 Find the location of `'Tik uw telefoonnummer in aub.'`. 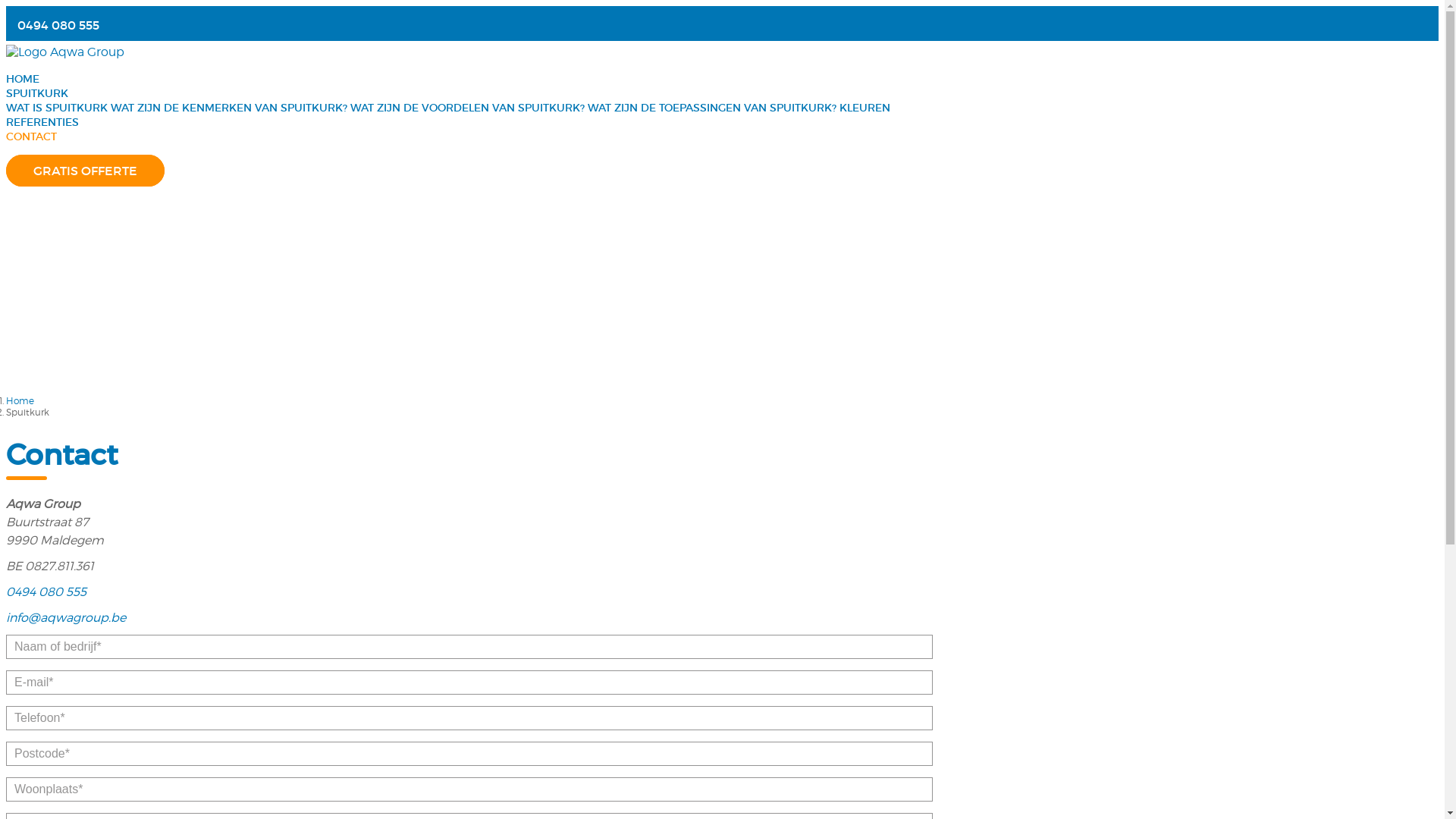

'Tik uw telefoonnummer in aub.' is located at coordinates (469, 717).